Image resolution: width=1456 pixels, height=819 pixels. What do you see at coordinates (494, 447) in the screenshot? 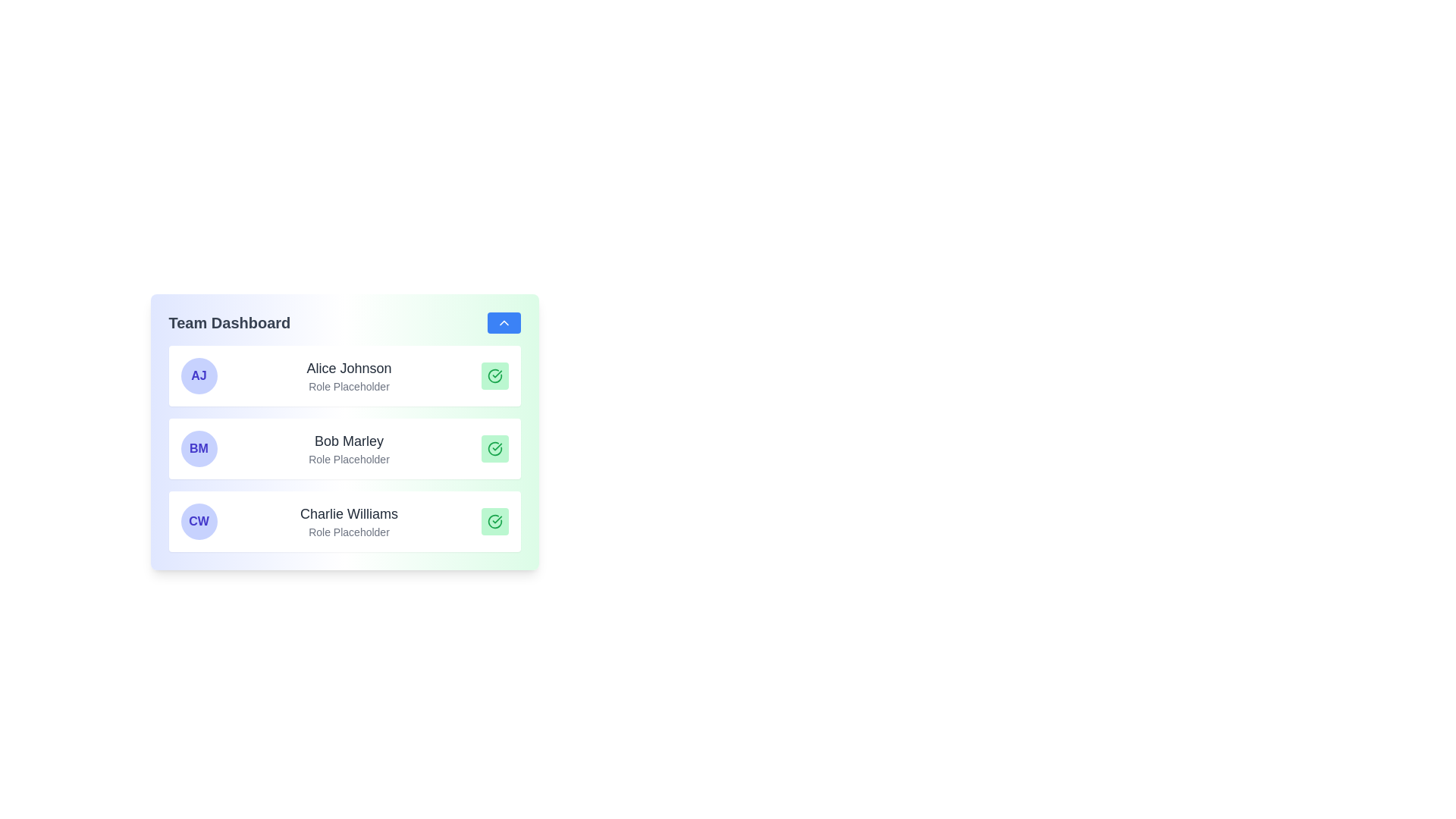
I see `the middle checkmark icon indicating the completion or validity of an action related to 'Bob Marley', positioned within a vertically arranged list of icons` at bounding box center [494, 447].